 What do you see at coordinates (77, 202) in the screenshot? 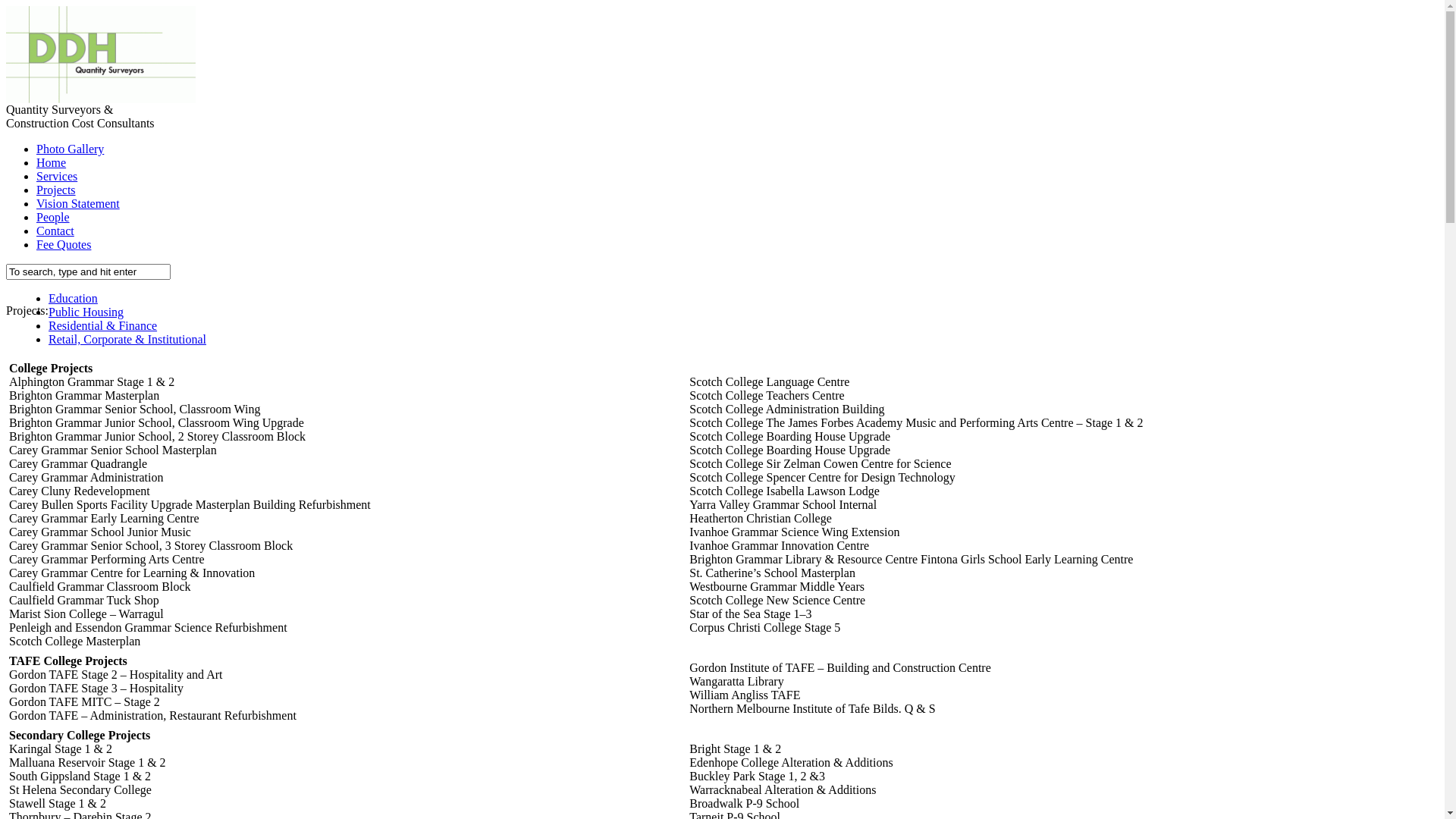
I see `'Vision Statement'` at bounding box center [77, 202].